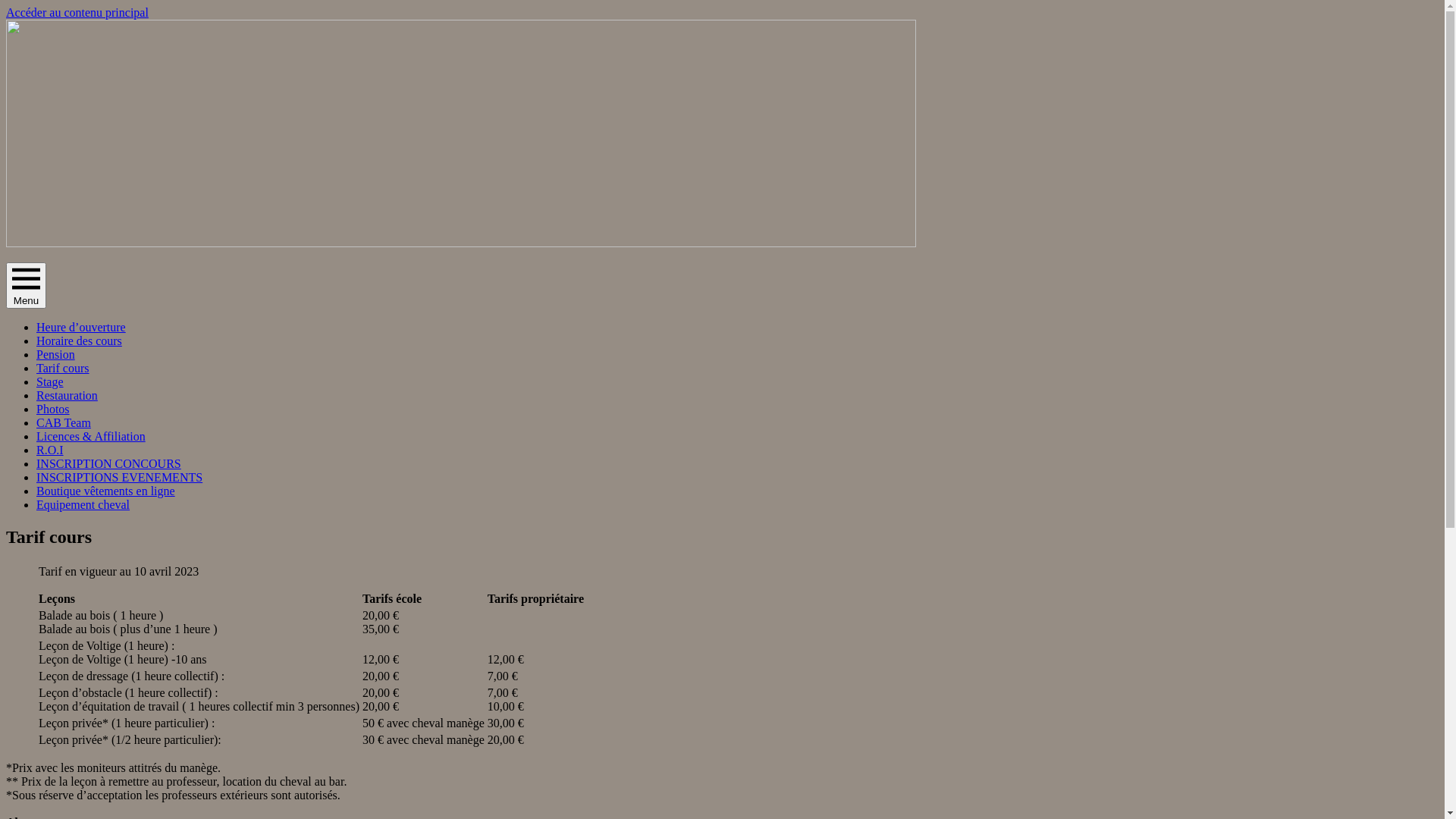 The image size is (1456, 819). Describe the element at coordinates (118, 476) in the screenshot. I see `'INSCRIPTIONS EVENEMENTS'` at that location.